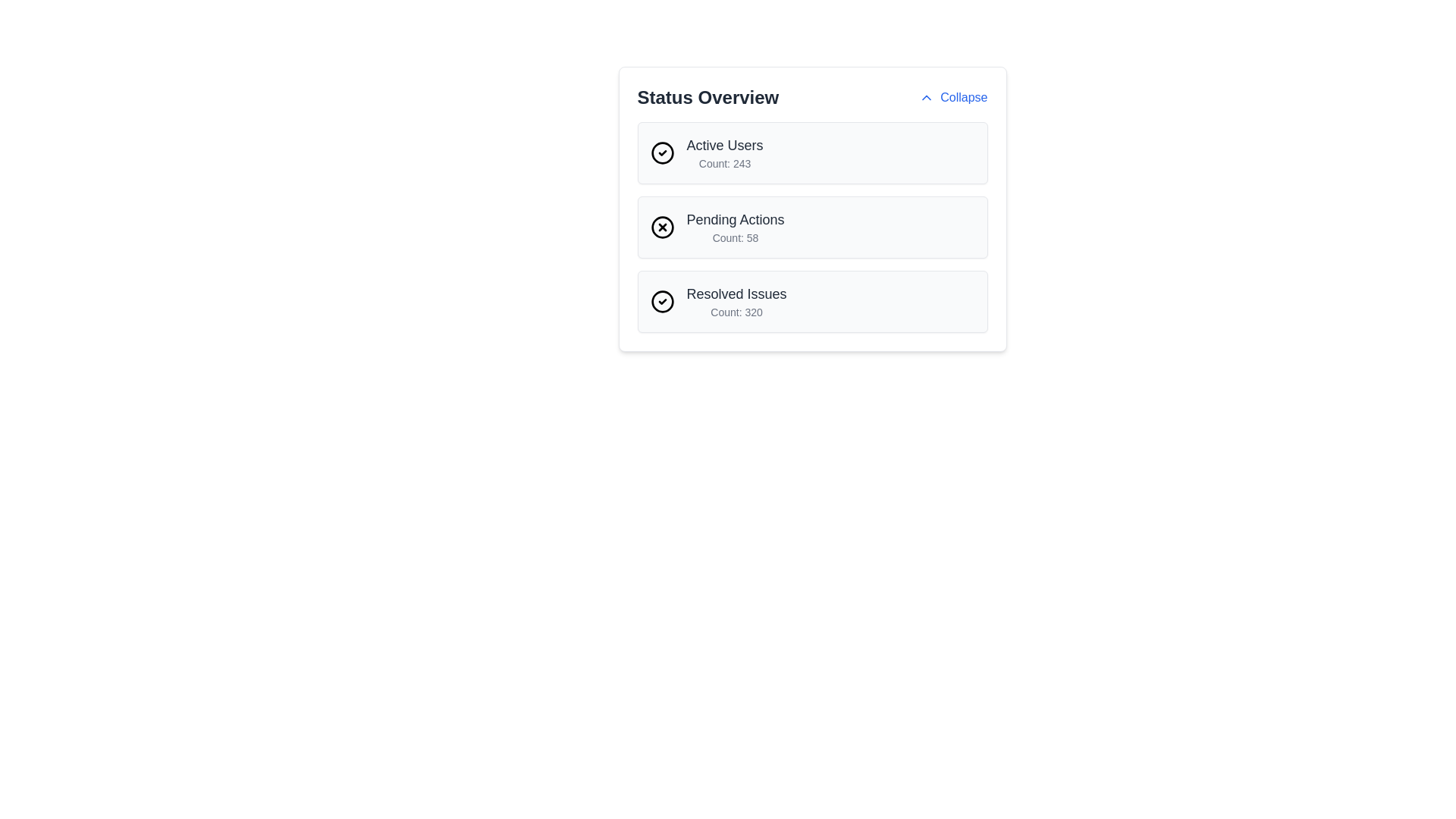 Image resolution: width=1456 pixels, height=819 pixels. Describe the element at coordinates (735, 237) in the screenshot. I see `the text label showing the numerical count associated with the 'Pending Actions' category, positioned centrally below the title in the 'Pending Actions' section` at that location.